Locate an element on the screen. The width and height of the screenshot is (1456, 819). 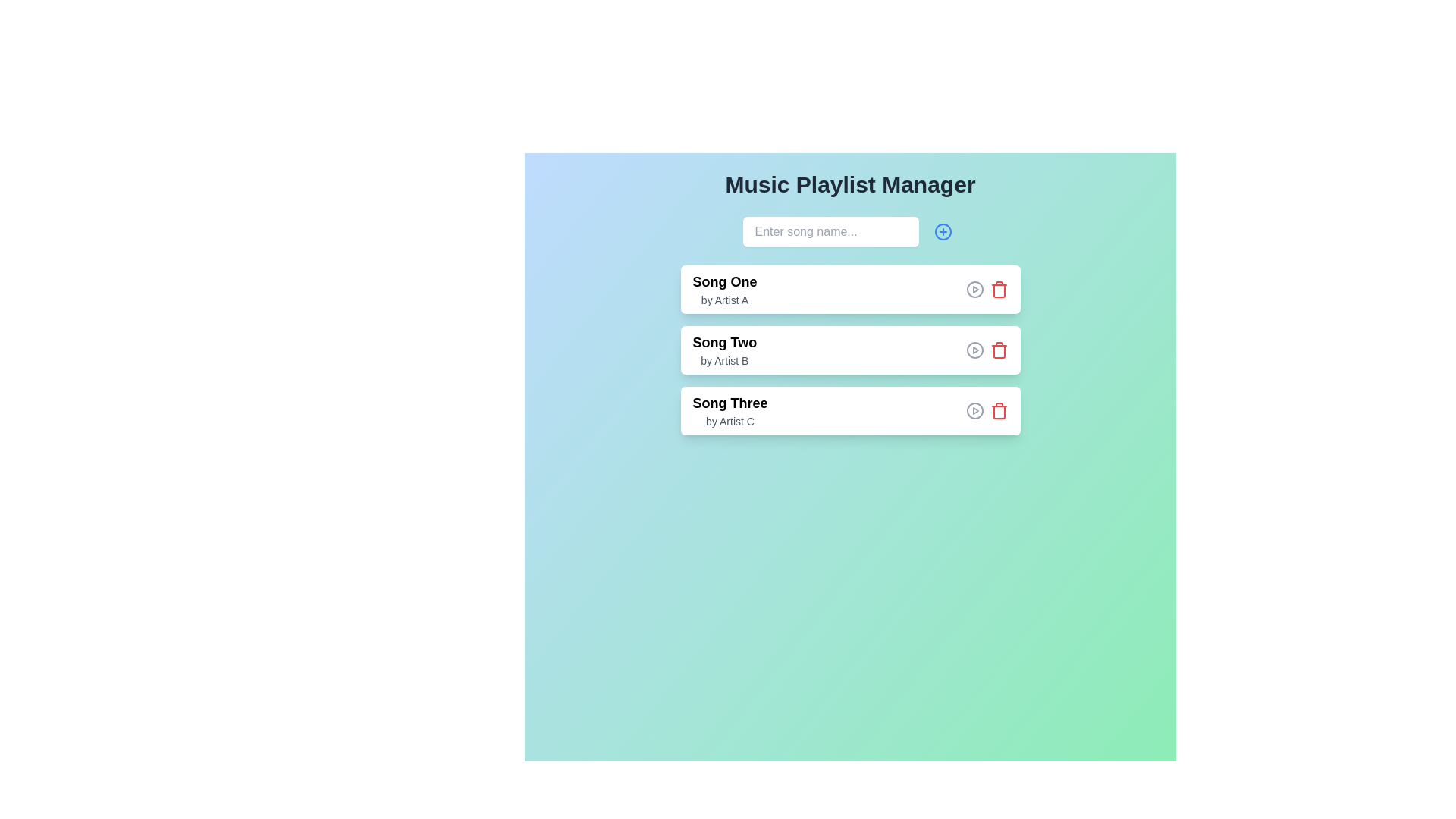
on the text label displaying 'Song Three by Artist C', which is the third entry in the song list is located at coordinates (730, 411).